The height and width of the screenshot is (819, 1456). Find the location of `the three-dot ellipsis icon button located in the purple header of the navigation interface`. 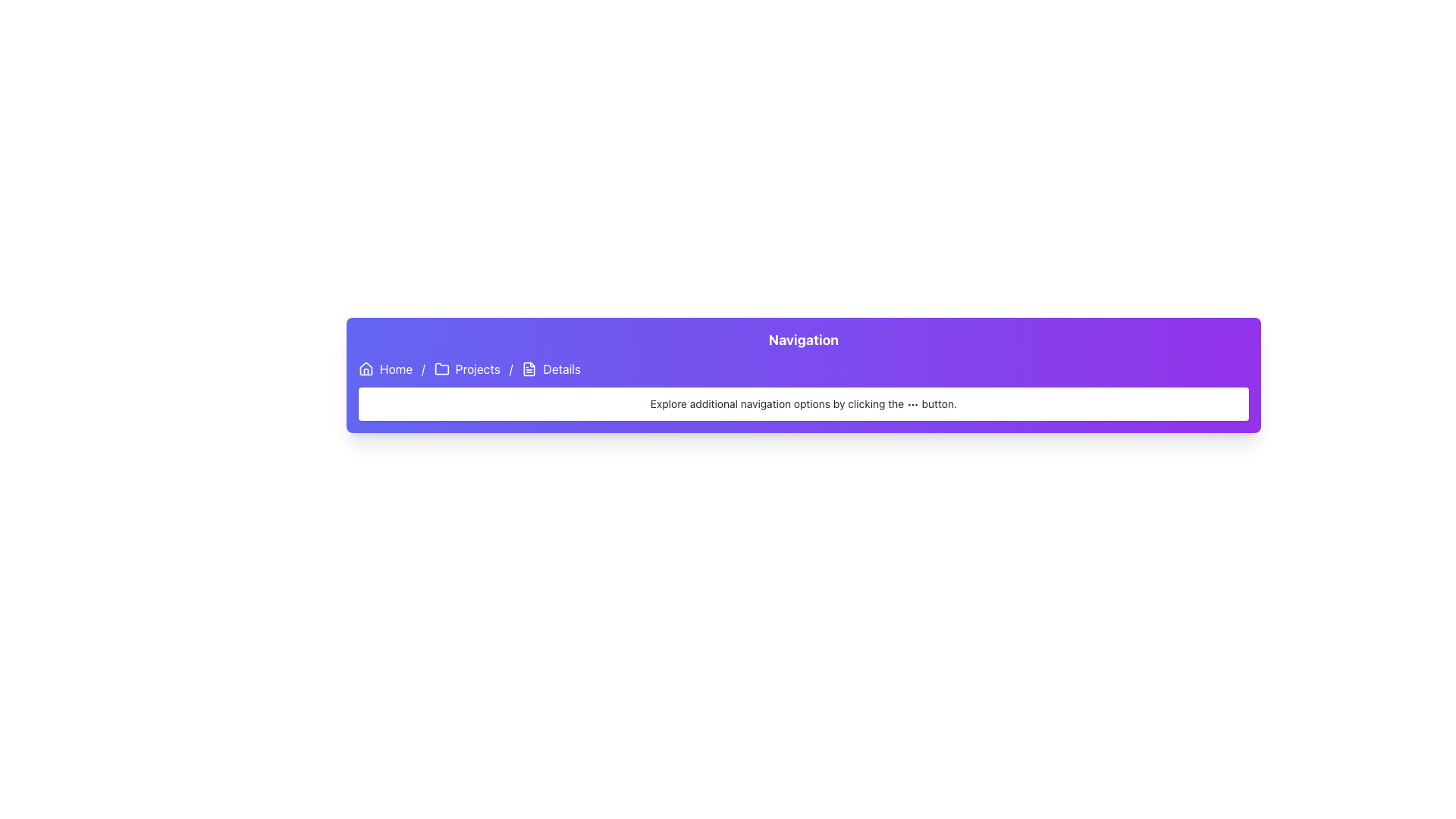

the three-dot ellipsis icon button located in the purple header of the navigation interface is located at coordinates (912, 404).